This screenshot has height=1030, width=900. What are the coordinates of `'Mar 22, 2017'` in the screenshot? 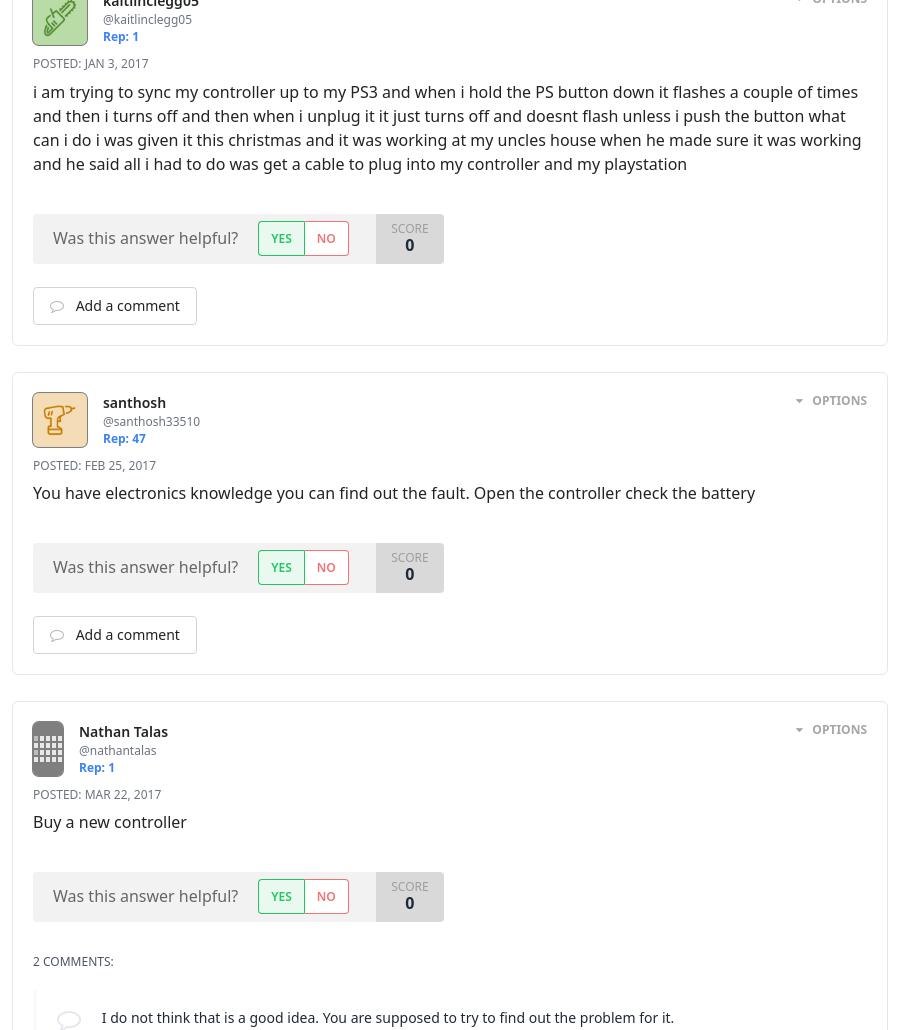 It's located at (82, 793).